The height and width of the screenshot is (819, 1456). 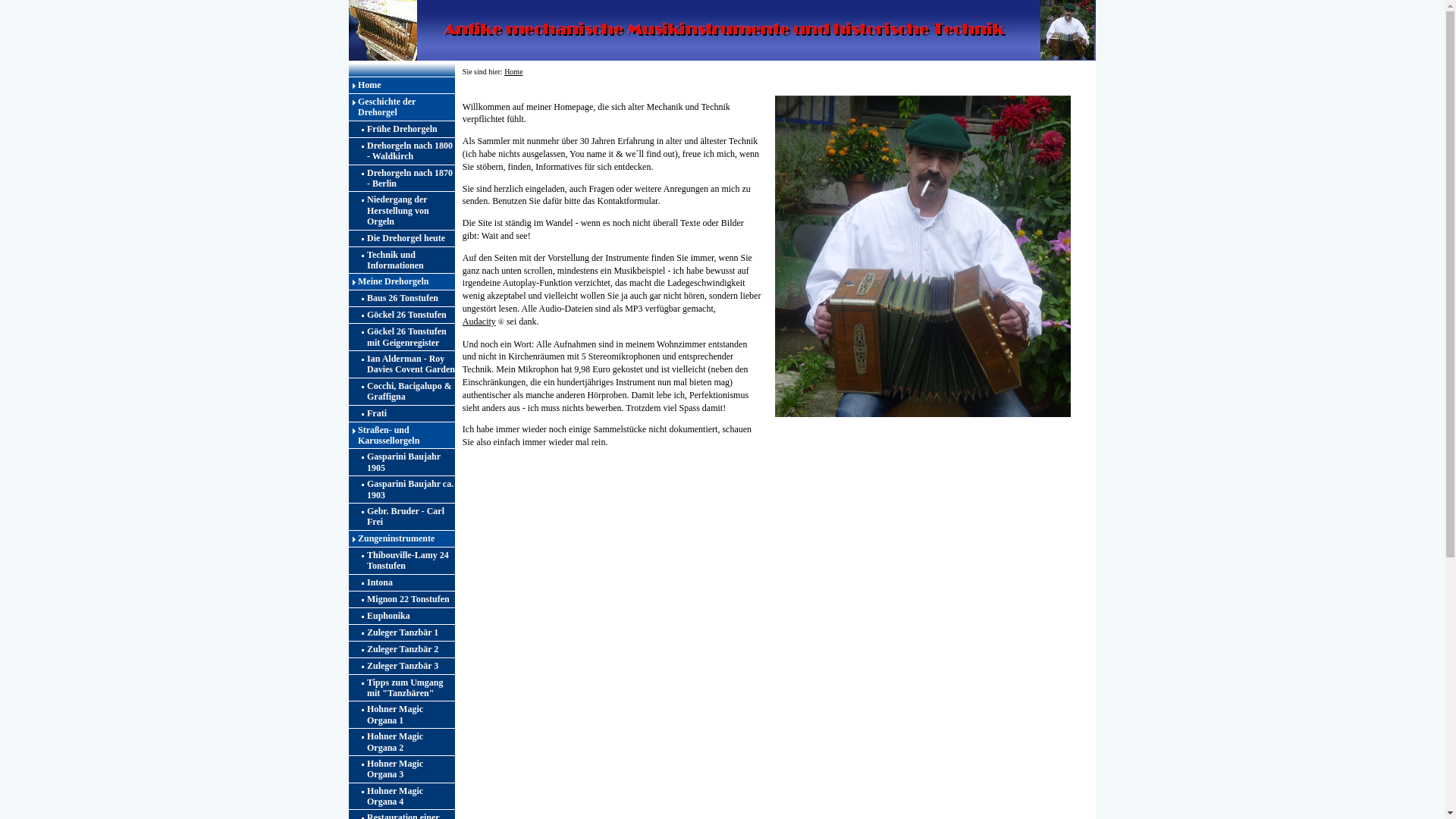 I want to click on 'Cocchi, Bacigalupo & Graffigna', so click(x=401, y=391).